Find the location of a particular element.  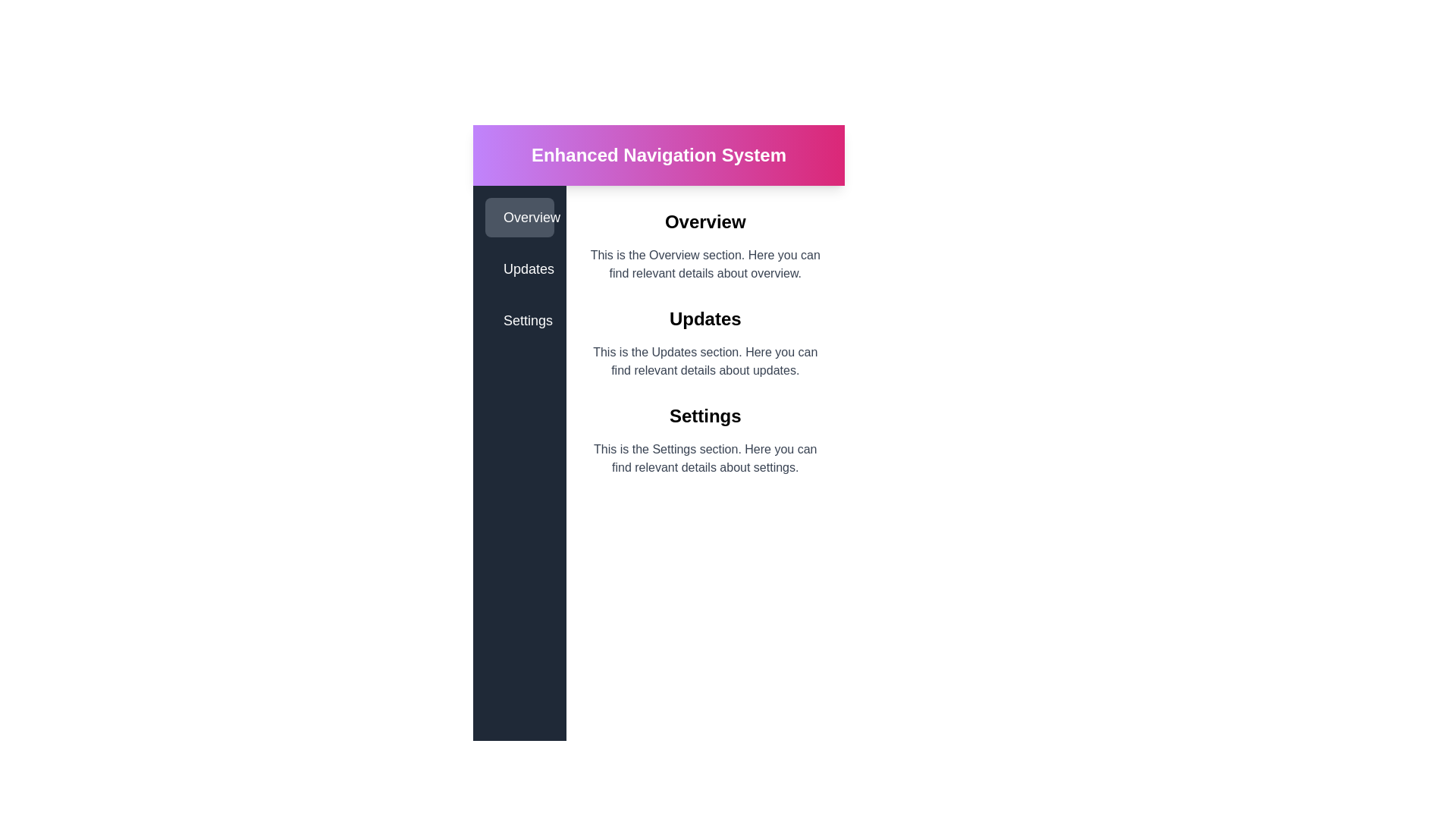

the decorative icon next to the 'Overview' label in the top section of the left navigation bar is located at coordinates (503, 217).